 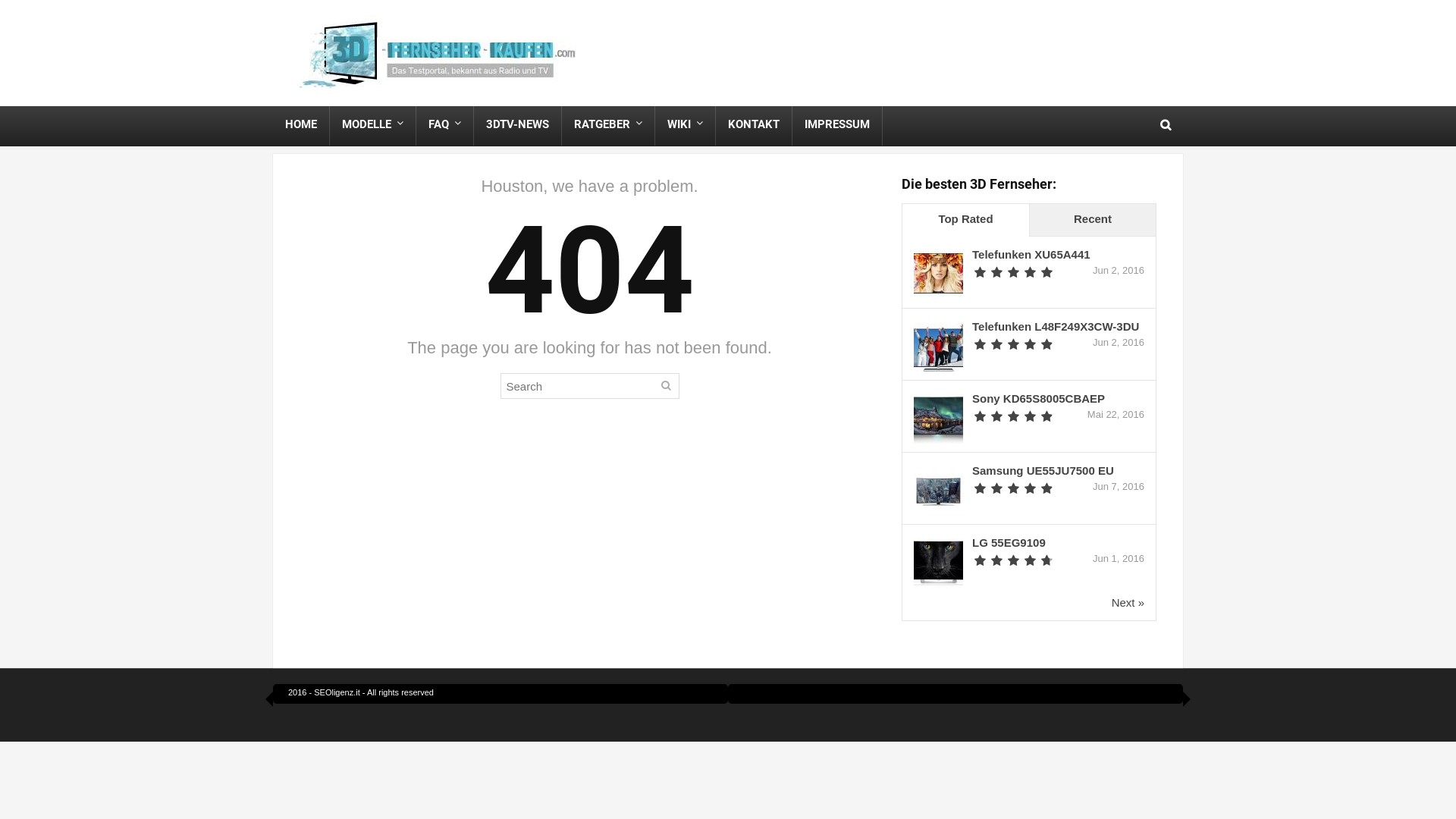 I want to click on 'WIKI', so click(x=684, y=124).